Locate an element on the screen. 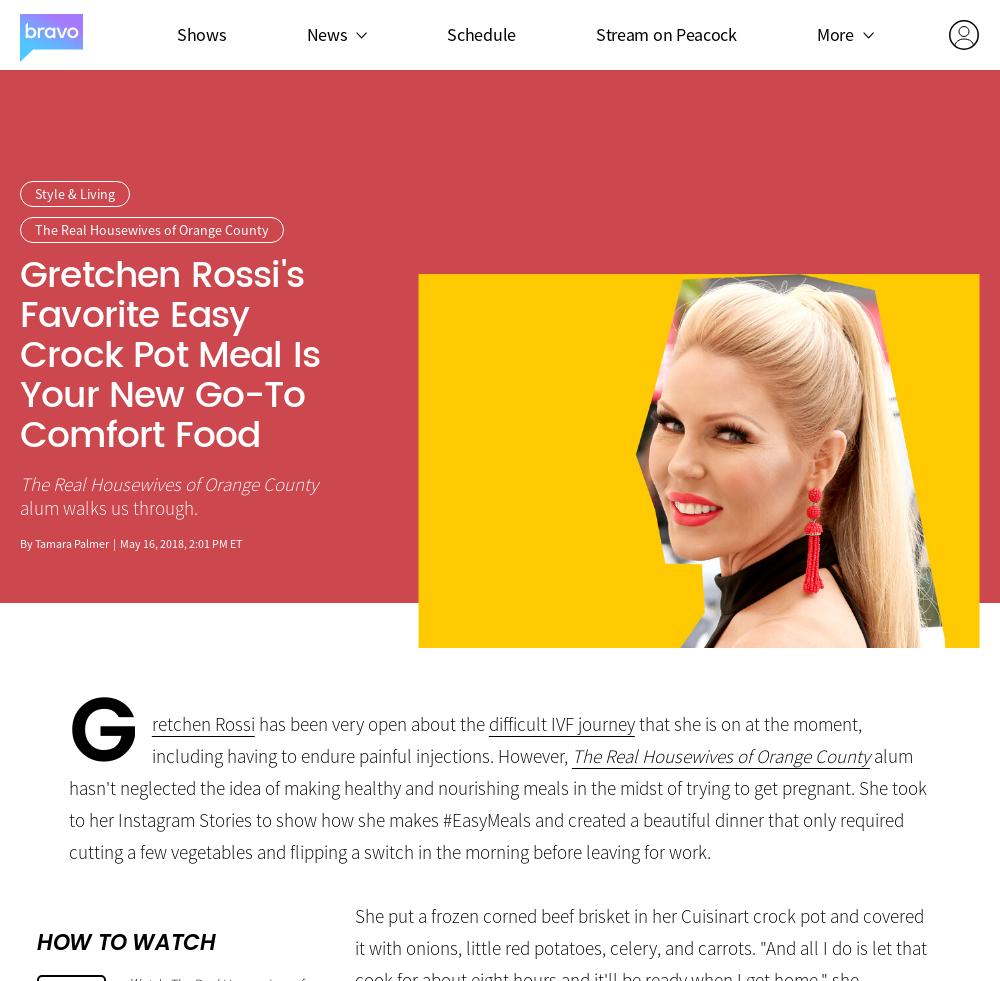 This screenshot has width=1000, height=981. 'Bravo Insider' is located at coordinates (804, 145).